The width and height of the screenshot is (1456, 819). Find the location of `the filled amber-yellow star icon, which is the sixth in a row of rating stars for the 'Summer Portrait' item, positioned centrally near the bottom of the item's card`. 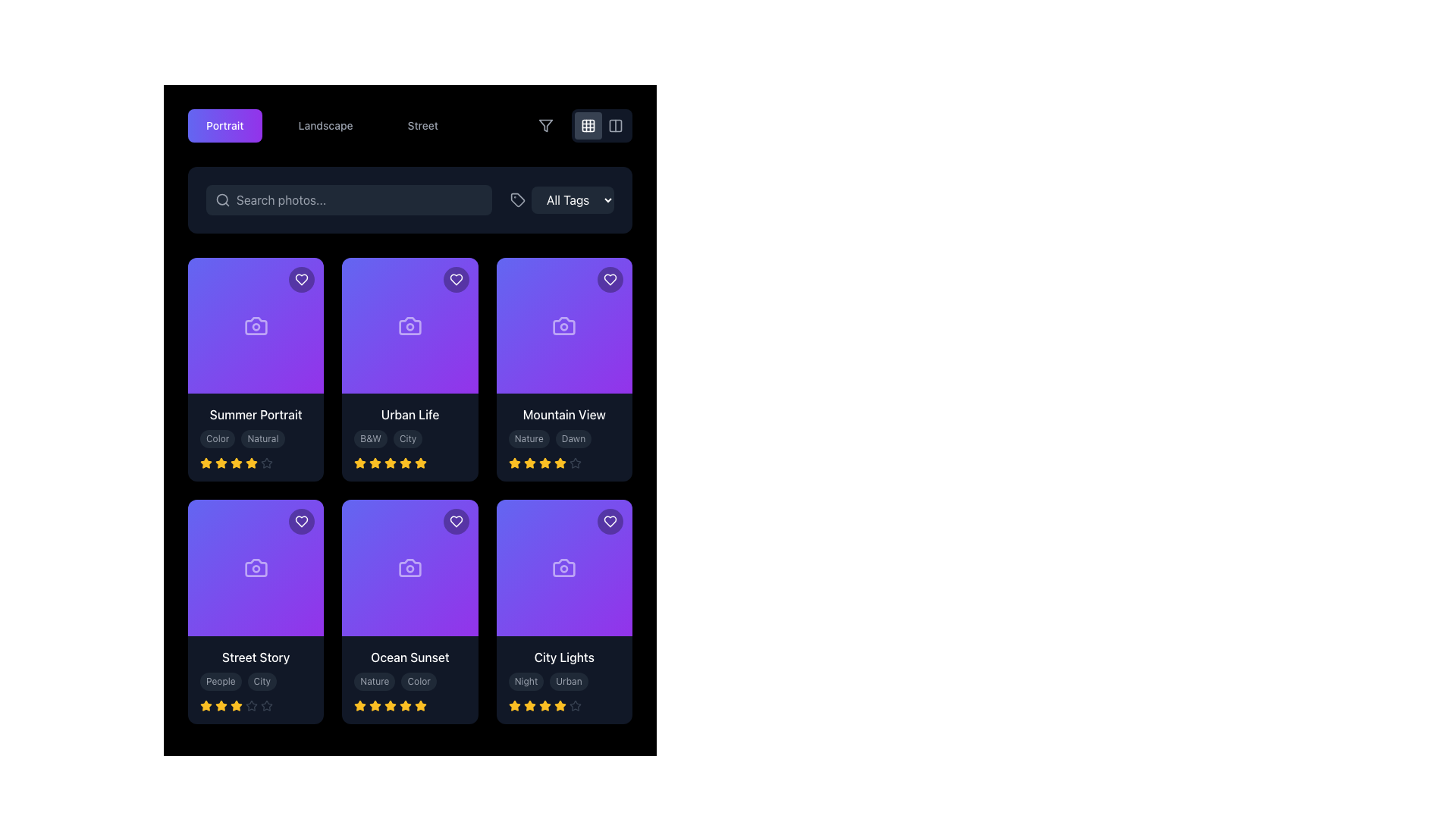

the filled amber-yellow star icon, which is the sixth in a row of rating stars for the 'Summer Portrait' item, positioned centrally near the bottom of the item's card is located at coordinates (251, 462).